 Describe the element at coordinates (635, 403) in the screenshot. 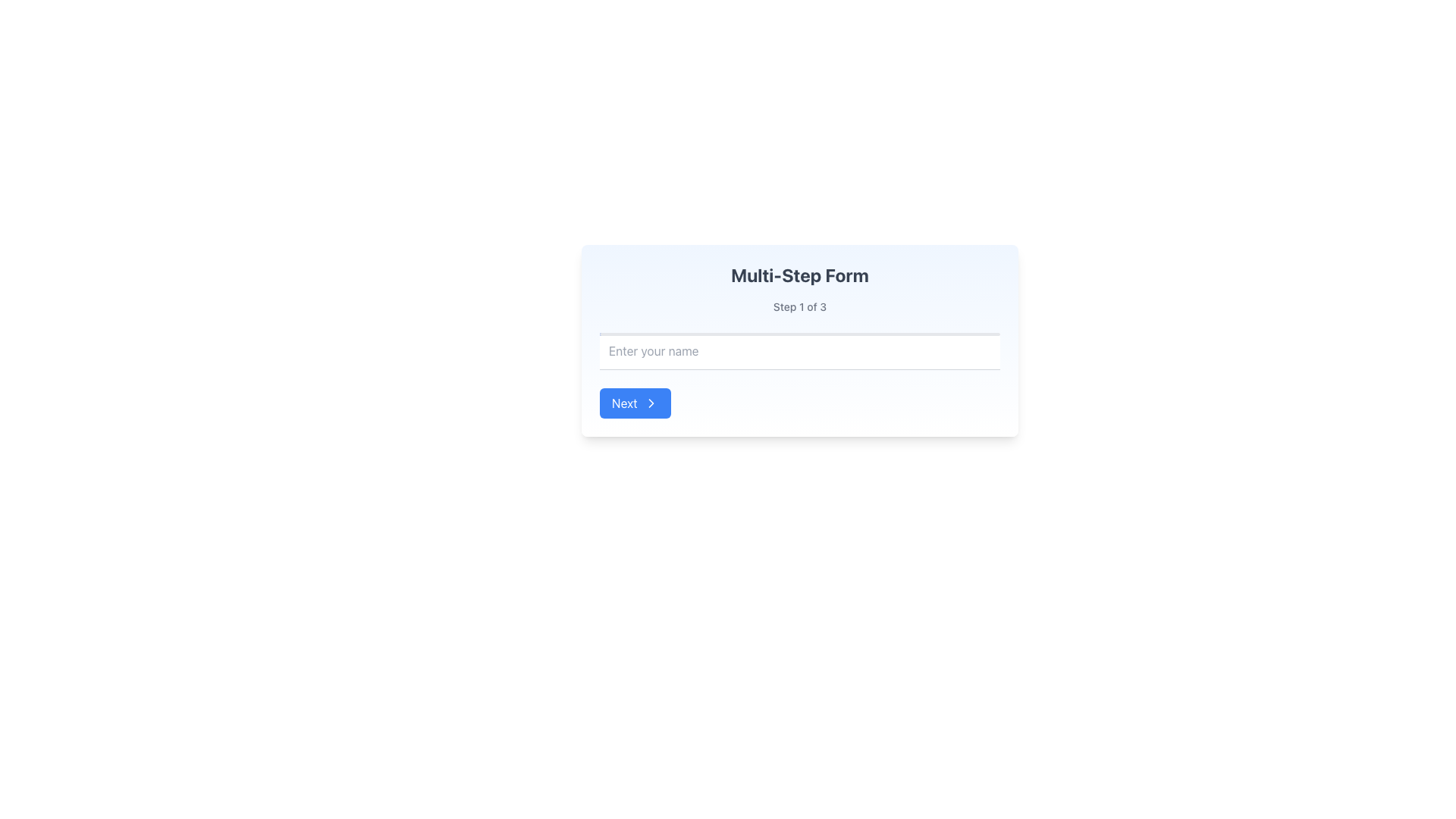

I see `the rectangular button with a blue background labeled 'Next', located in the lower-left section of the page` at that location.